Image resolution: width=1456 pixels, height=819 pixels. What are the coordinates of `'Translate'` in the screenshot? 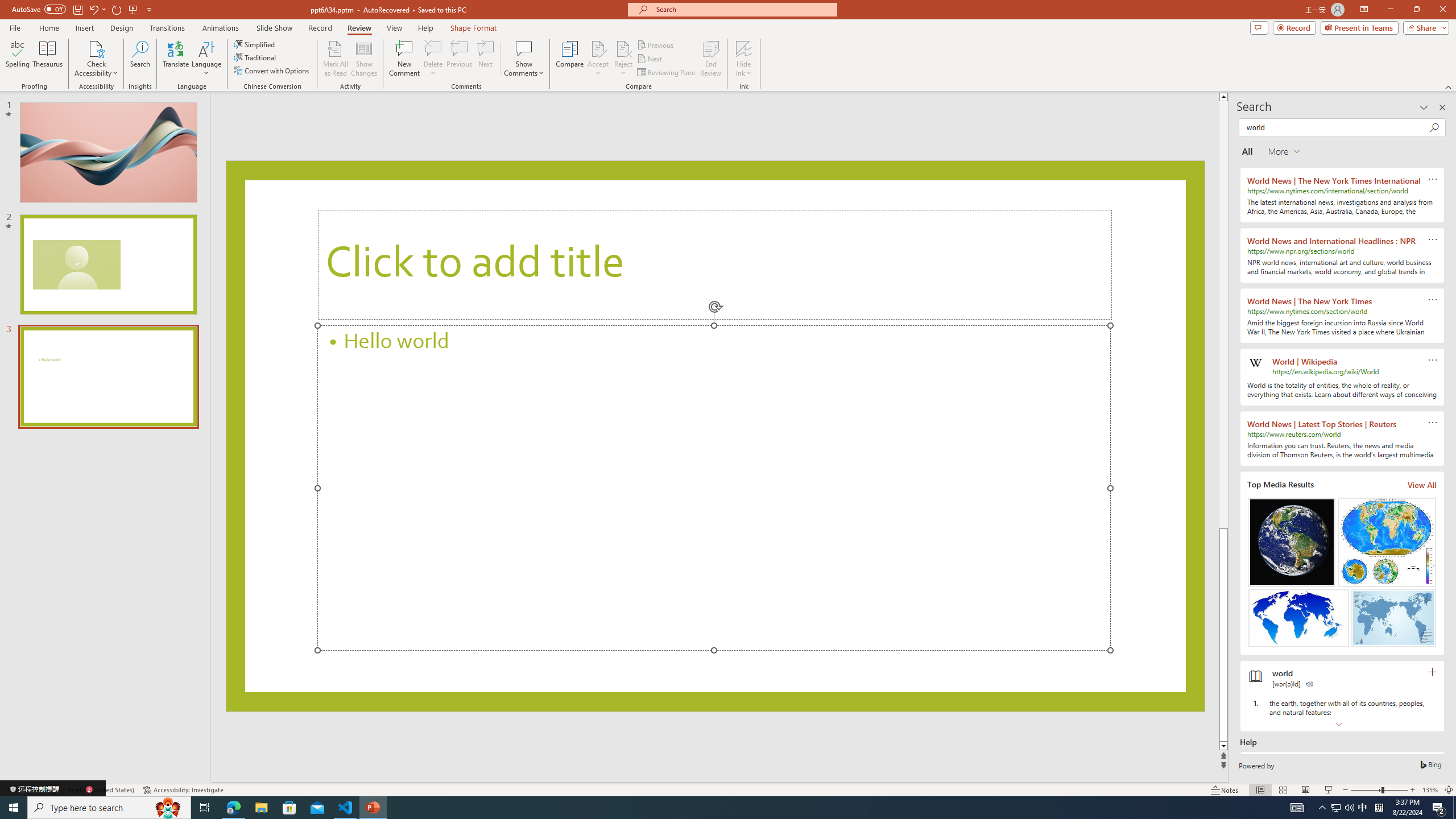 It's located at (176, 59).